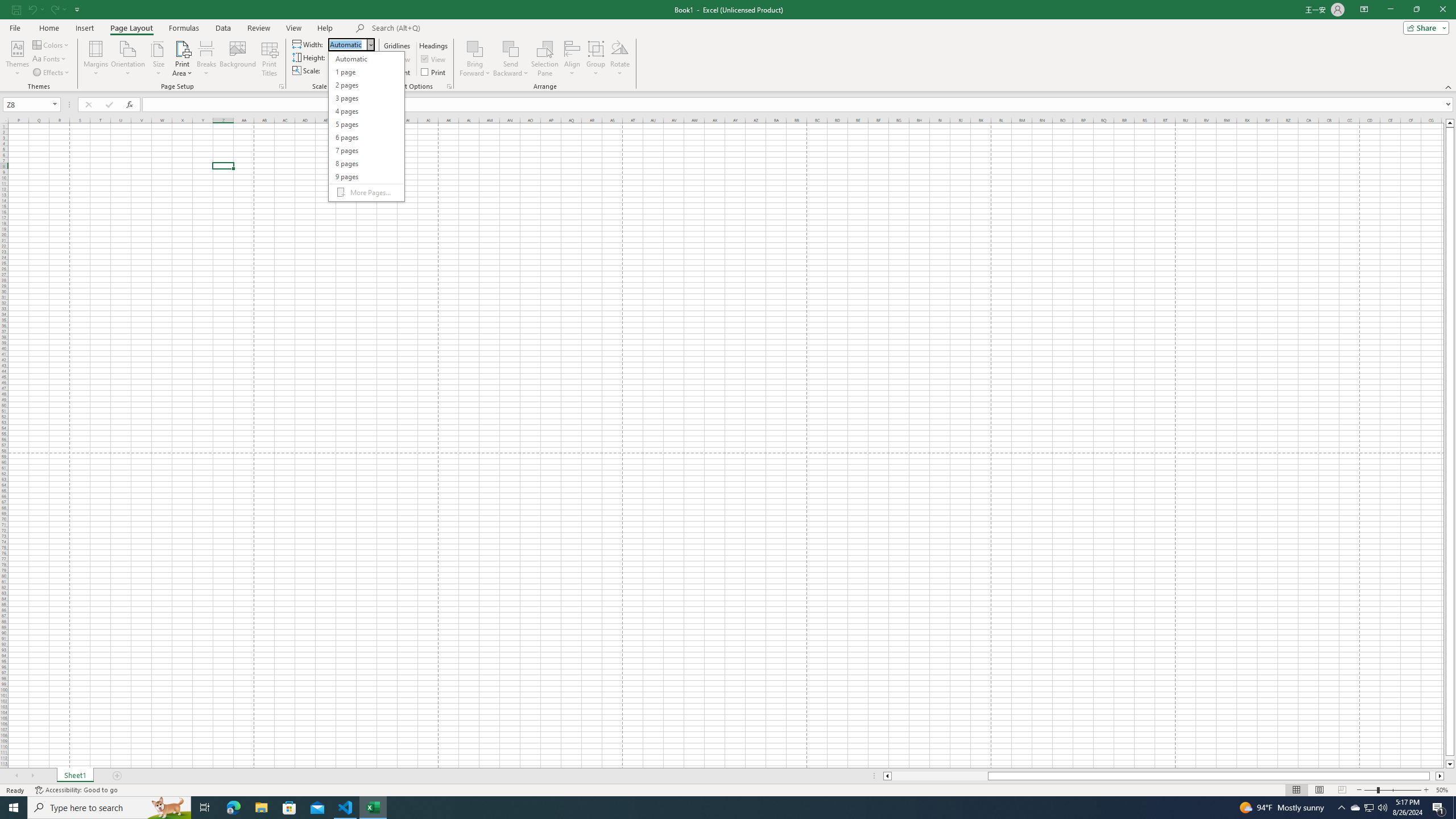 This screenshot has width=1456, height=819. Describe the element at coordinates (237, 59) in the screenshot. I see `'Background...'` at that location.